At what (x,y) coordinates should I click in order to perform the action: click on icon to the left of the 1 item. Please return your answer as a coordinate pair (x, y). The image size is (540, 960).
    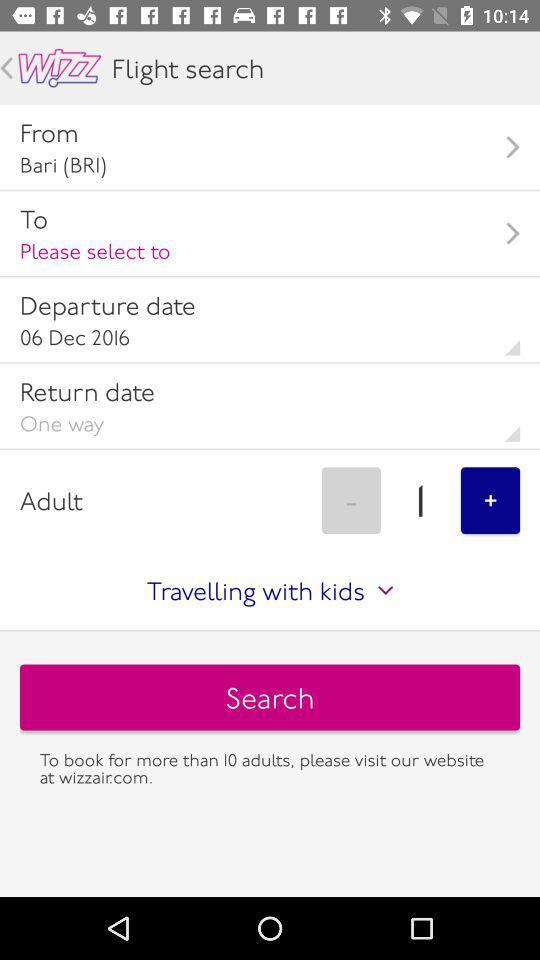
    Looking at the image, I should click on (350, 499).